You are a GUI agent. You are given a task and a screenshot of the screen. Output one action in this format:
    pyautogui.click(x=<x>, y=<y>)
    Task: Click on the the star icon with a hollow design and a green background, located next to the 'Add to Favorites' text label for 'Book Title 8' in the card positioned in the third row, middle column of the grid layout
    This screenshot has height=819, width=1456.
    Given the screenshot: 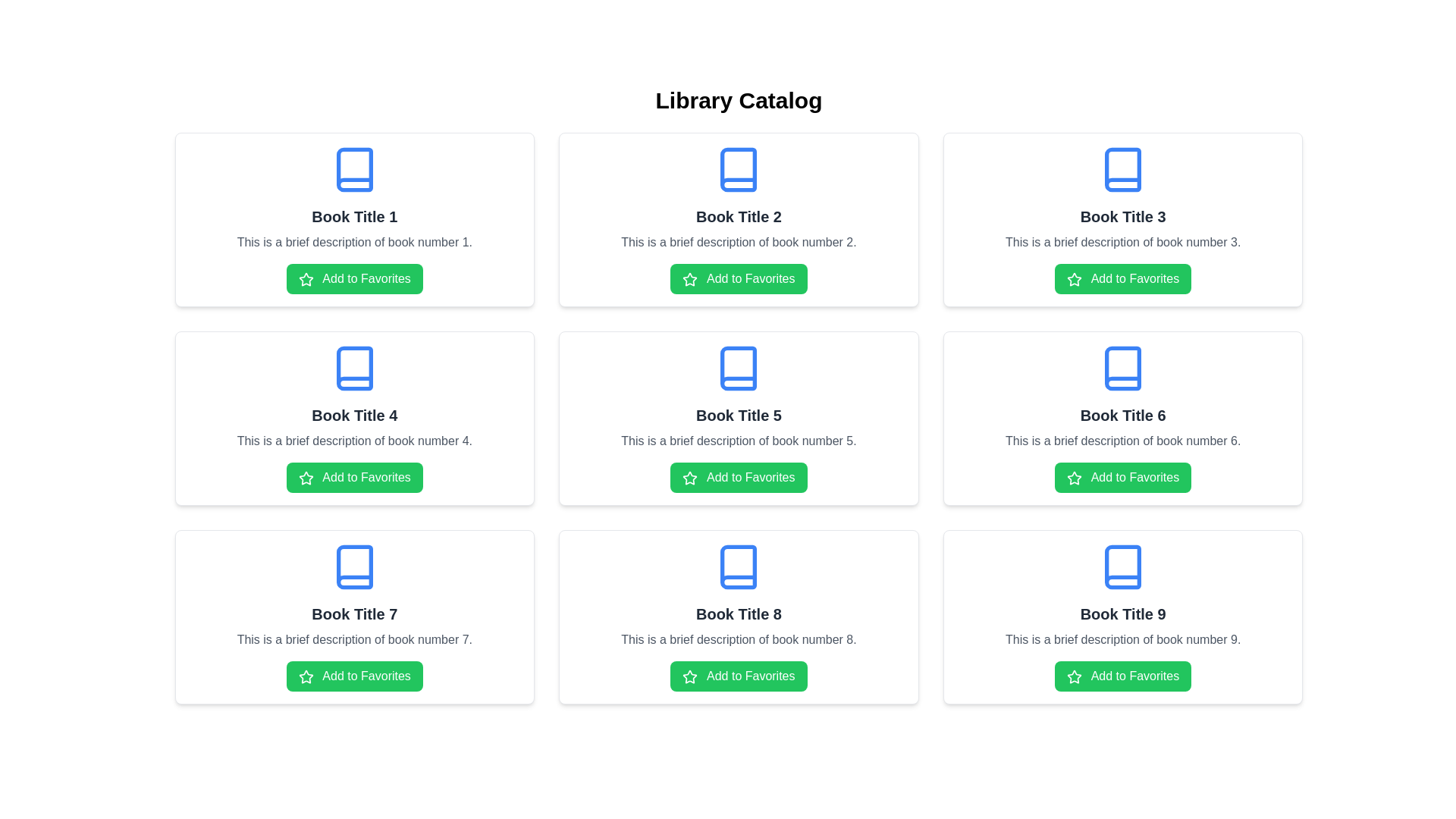 What is the action you would take?
    pyautogui.click(x=689, y=676)
    